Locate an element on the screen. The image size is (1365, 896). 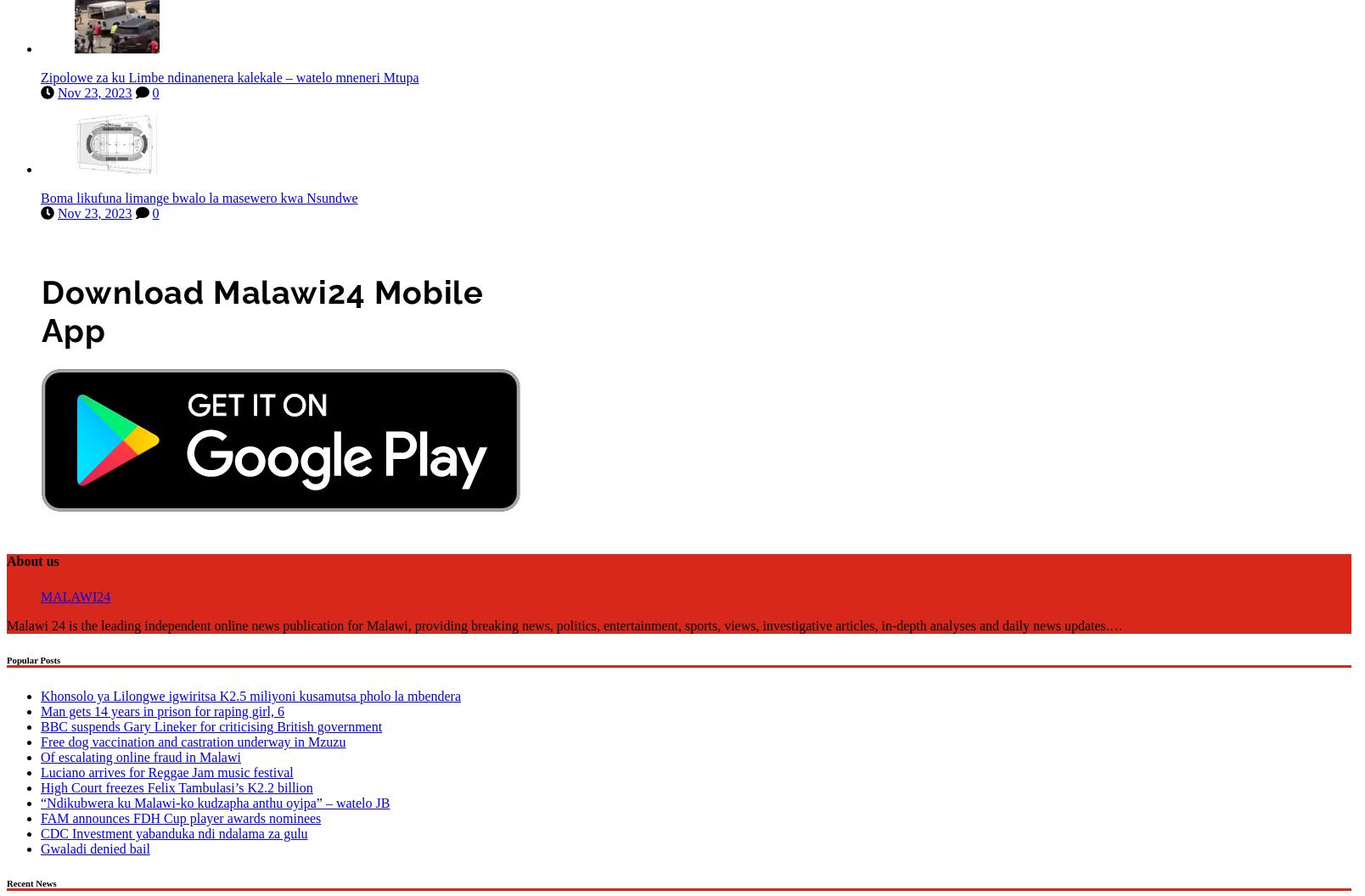
'“Ndikubwera ku Malawi-ko kudzapha anthu oyipa” – watelo JB' is located at coordinates (215, 799).